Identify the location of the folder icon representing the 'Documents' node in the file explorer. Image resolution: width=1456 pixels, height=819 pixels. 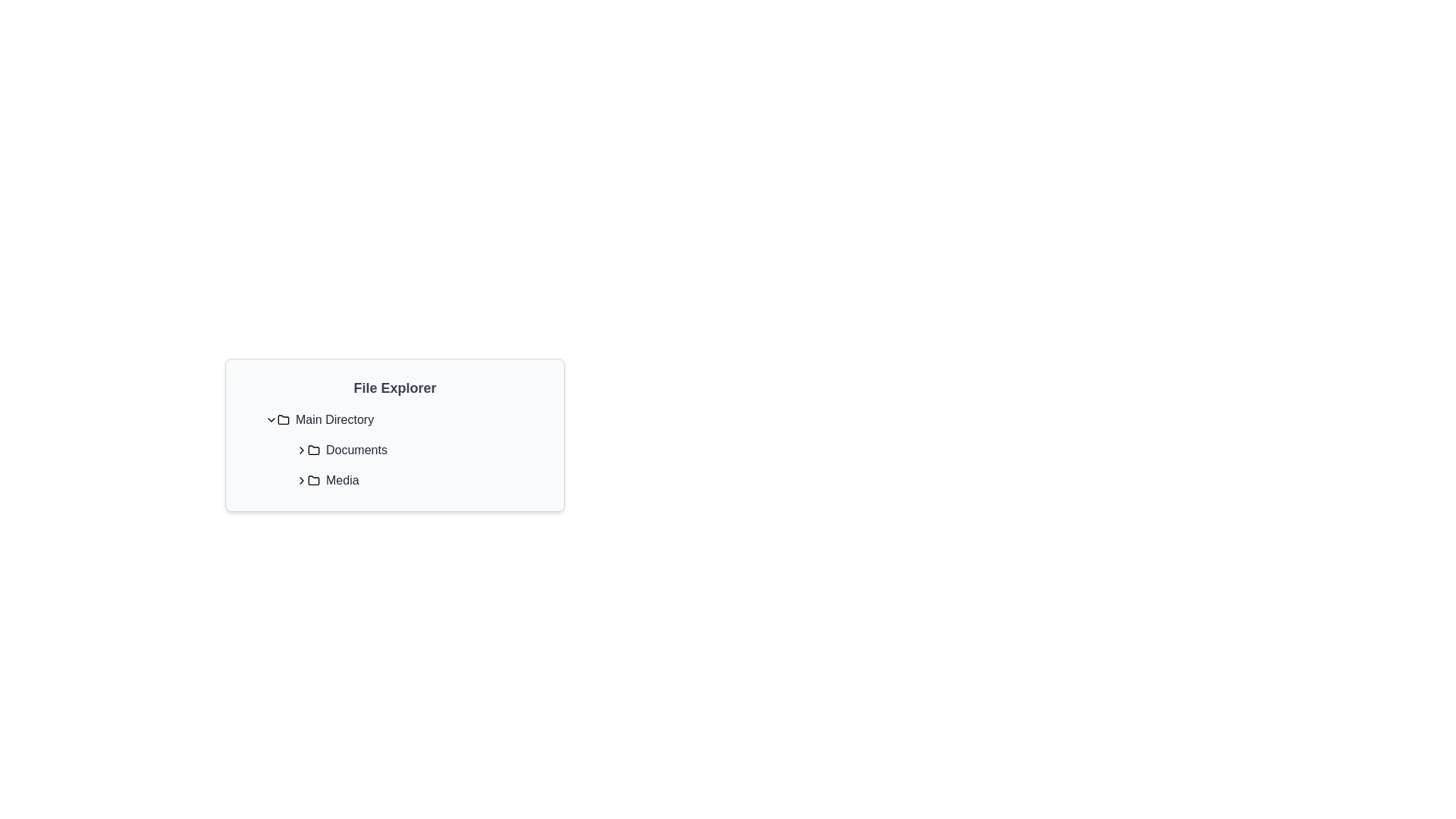
(312, 449).